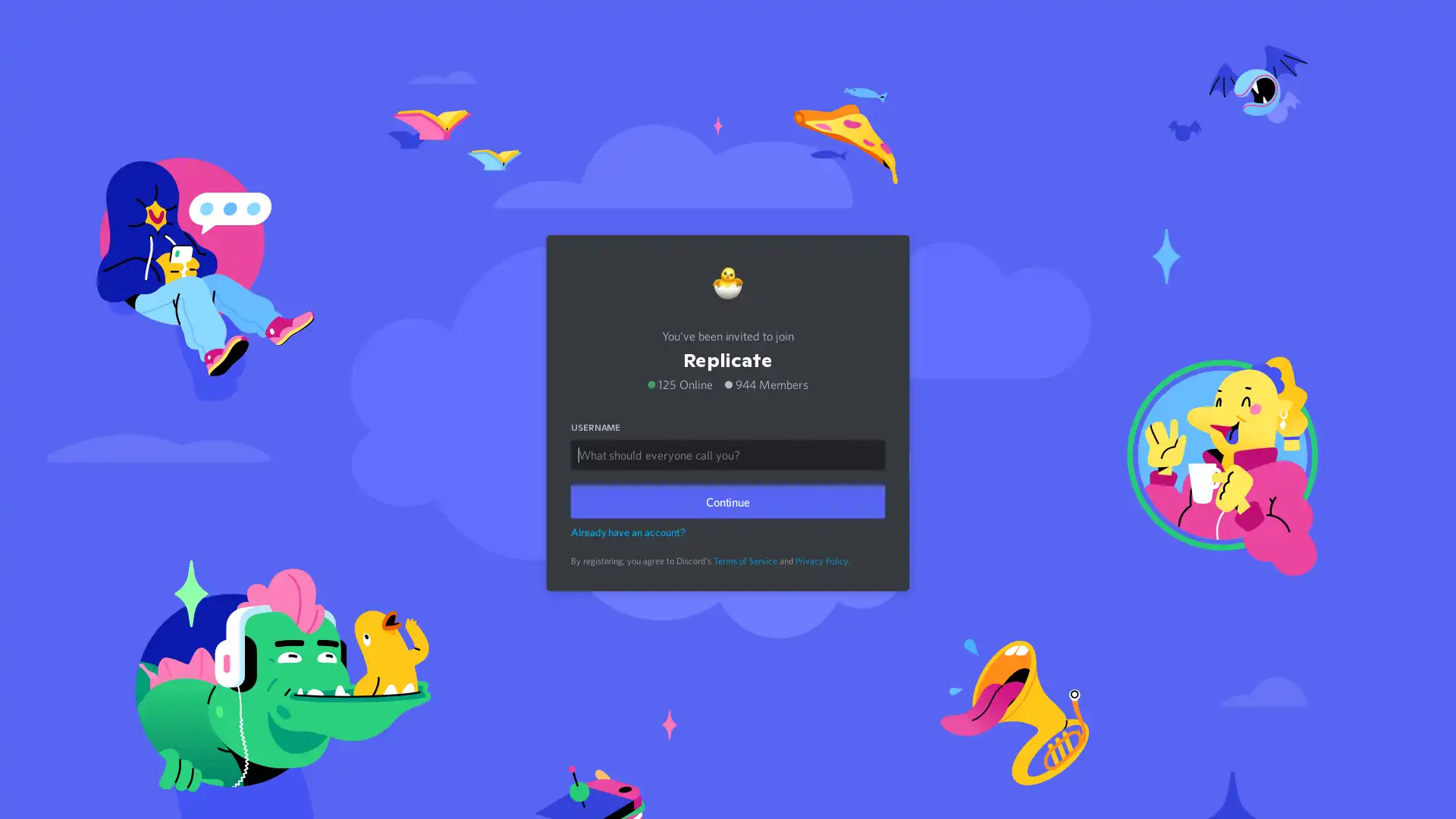 Image resolution: width=1456 pixels, height=819 pixels. What do you see at coordinates (728, 497) in the screenshot?
I see `Continue` at bounding box center [728, 497].